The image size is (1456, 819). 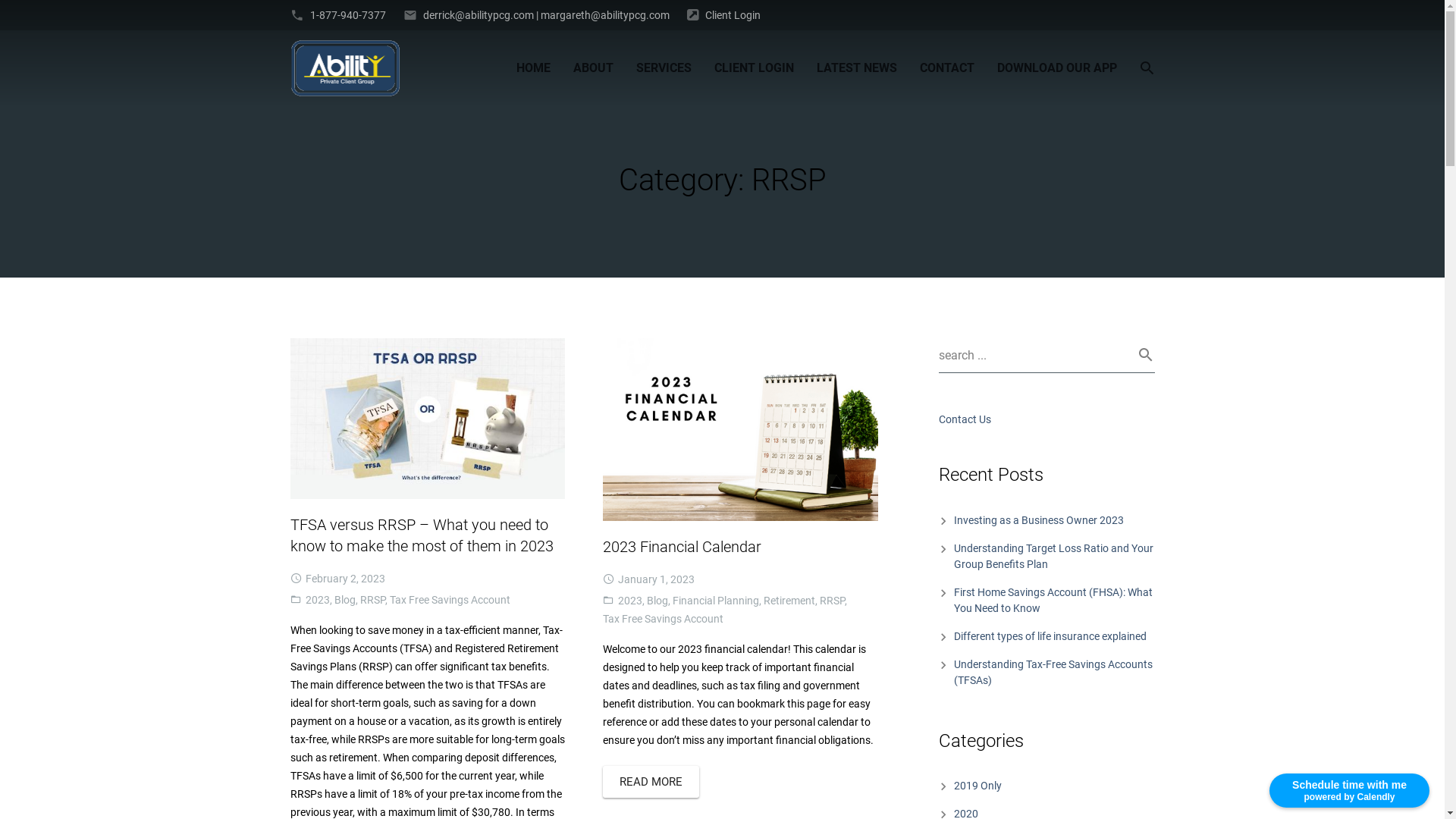 What do you see at coordinates (831, 599) in the screenshot?
I see `'RRSP'` at bounding box center [831, 599].